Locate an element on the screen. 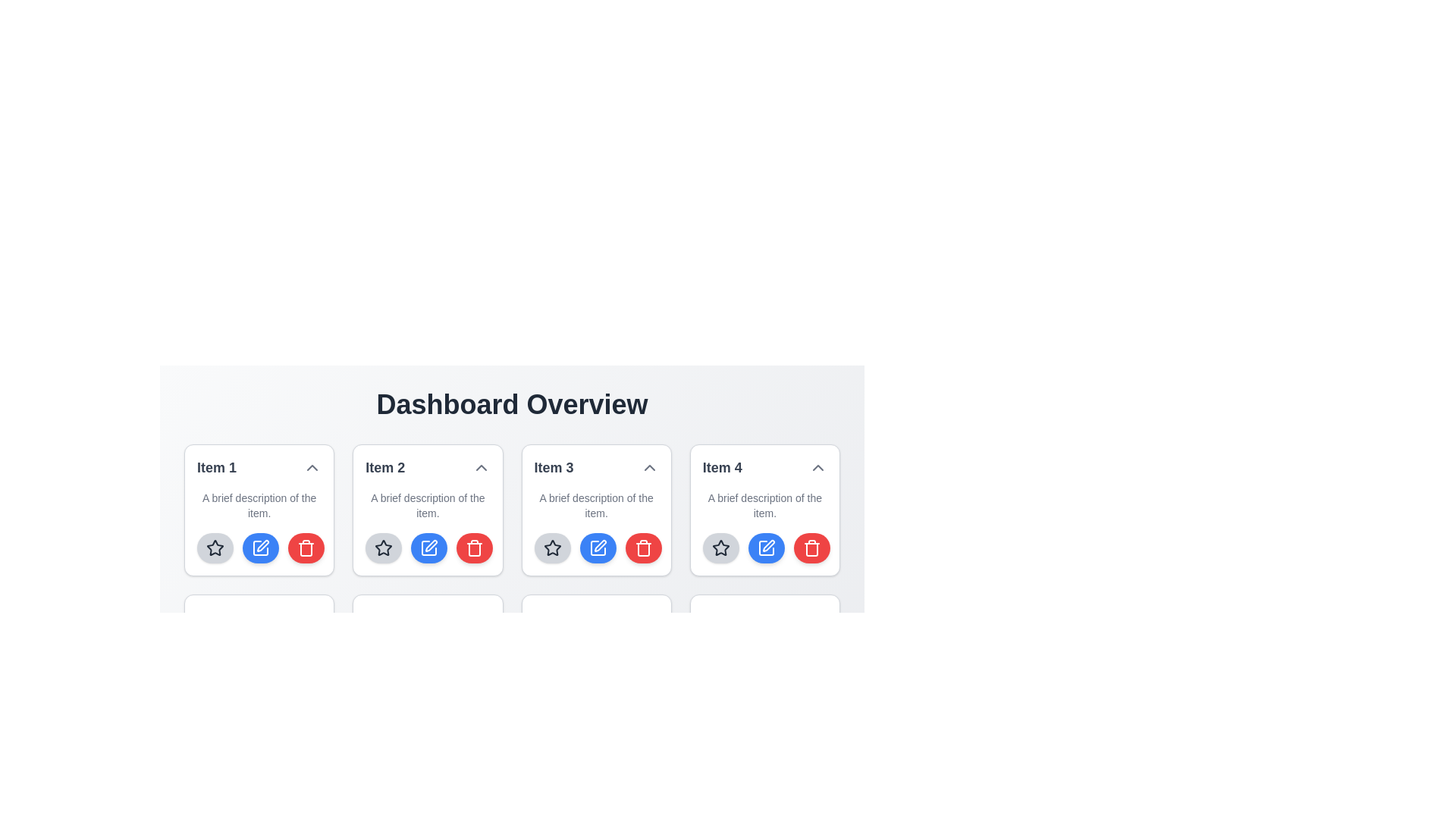 This screenshot has height=819, width=1456. the favorite button located under 'Item 2' is located at coordinates (384, 548).